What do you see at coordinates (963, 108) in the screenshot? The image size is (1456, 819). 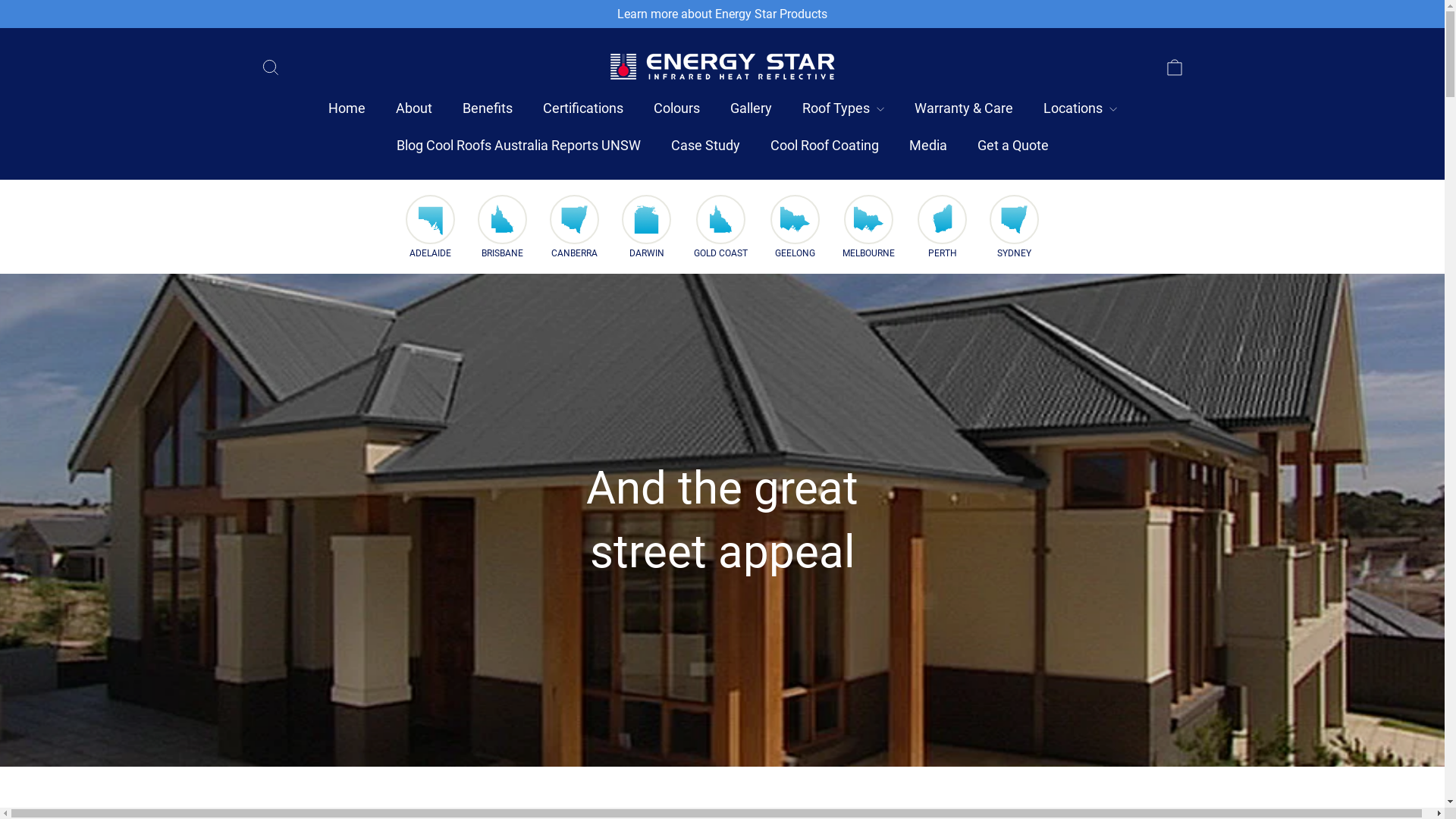 I see `'Warranty & Care'` at bounding box center [963, 108].